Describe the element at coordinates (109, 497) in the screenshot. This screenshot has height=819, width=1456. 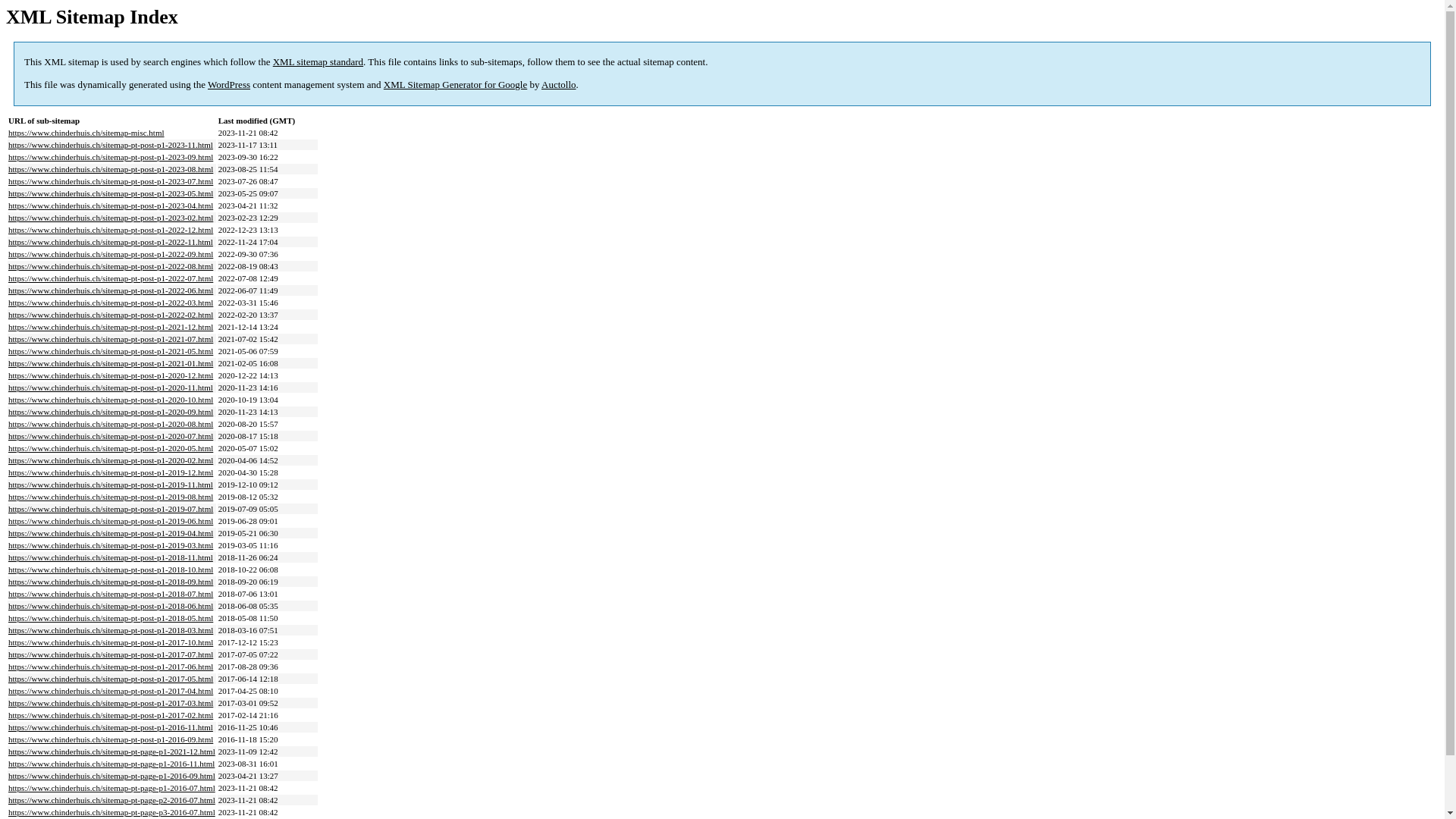
I see `'https://www.chinderhuis.ch/sitemap-pt-post-p1-2019-08.html'` at that location.